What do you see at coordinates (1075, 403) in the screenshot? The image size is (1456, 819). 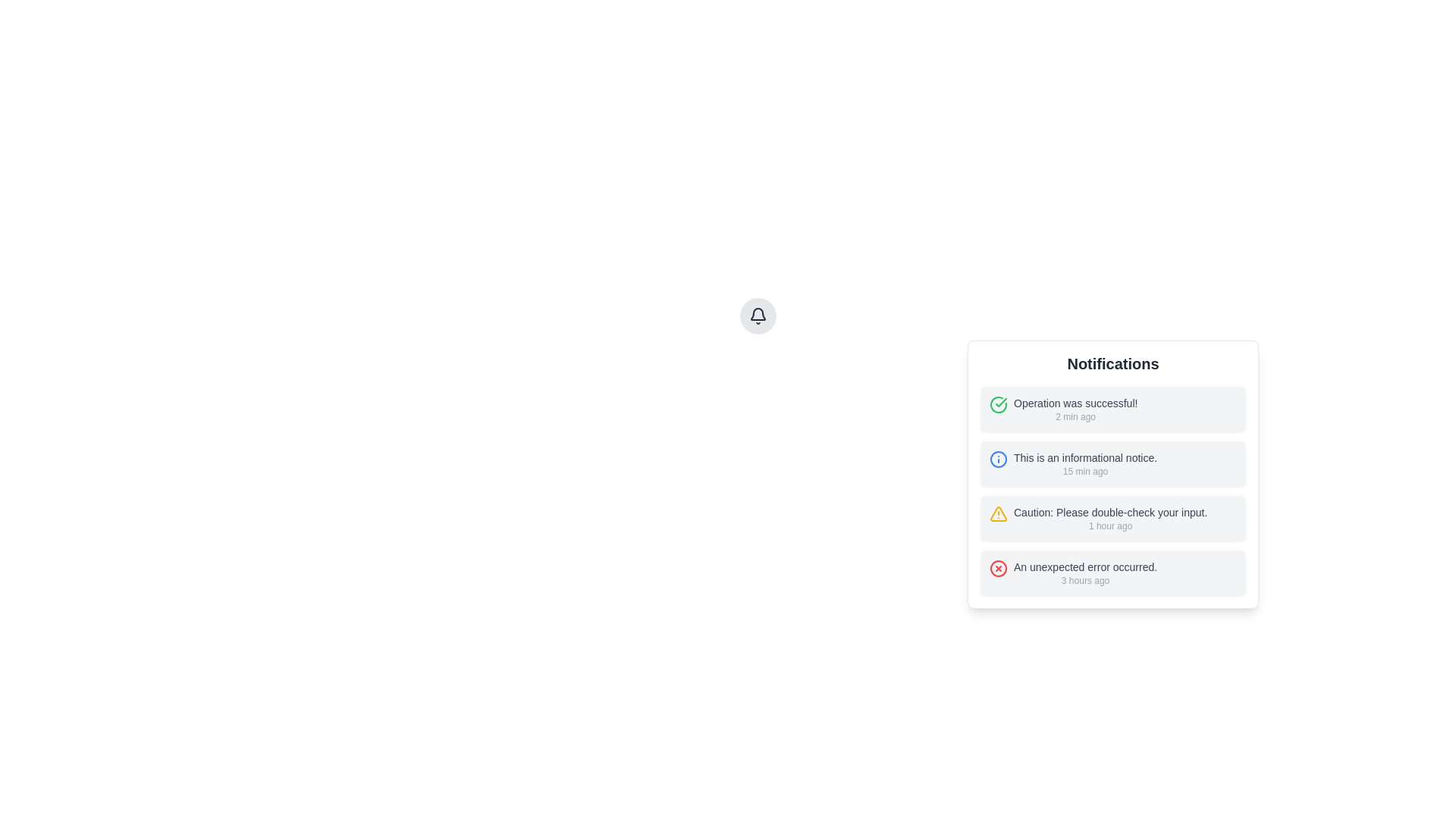 I see `the text label displaying 'Operation was successful!' in the Notifications section, which is the topmost text in the first notification` at bounding box center [1075, 403].